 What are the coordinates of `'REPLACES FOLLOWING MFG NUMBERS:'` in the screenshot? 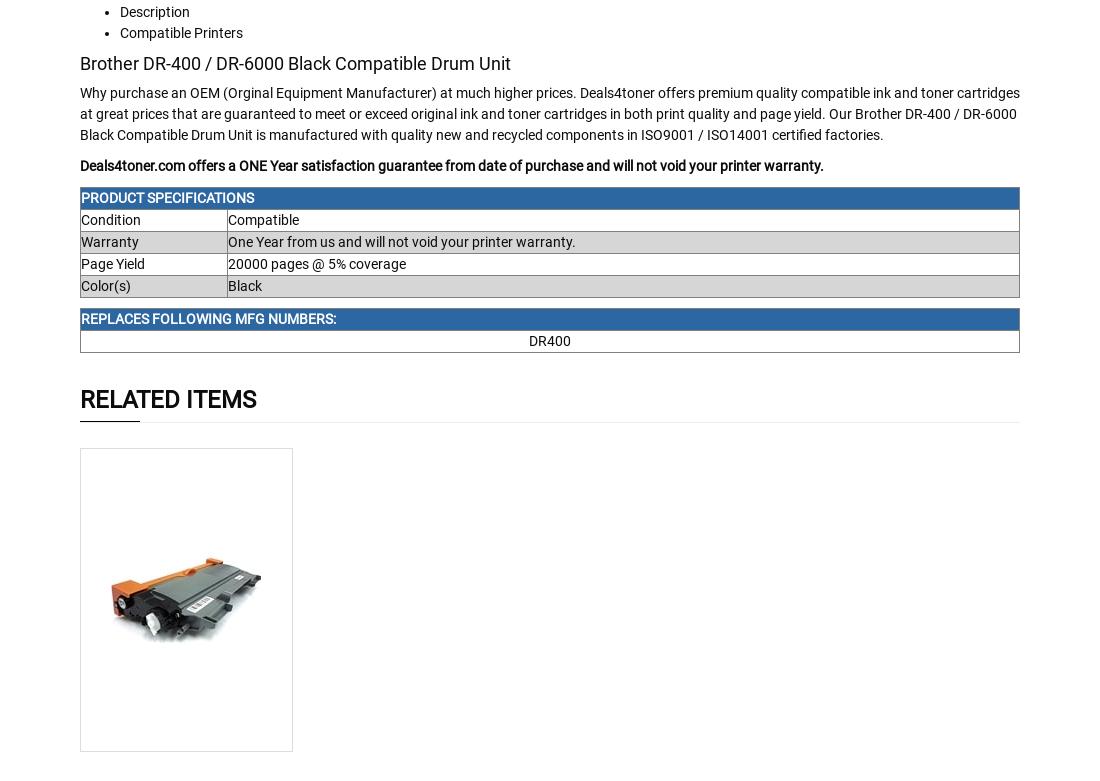 It's located at (208, 319).